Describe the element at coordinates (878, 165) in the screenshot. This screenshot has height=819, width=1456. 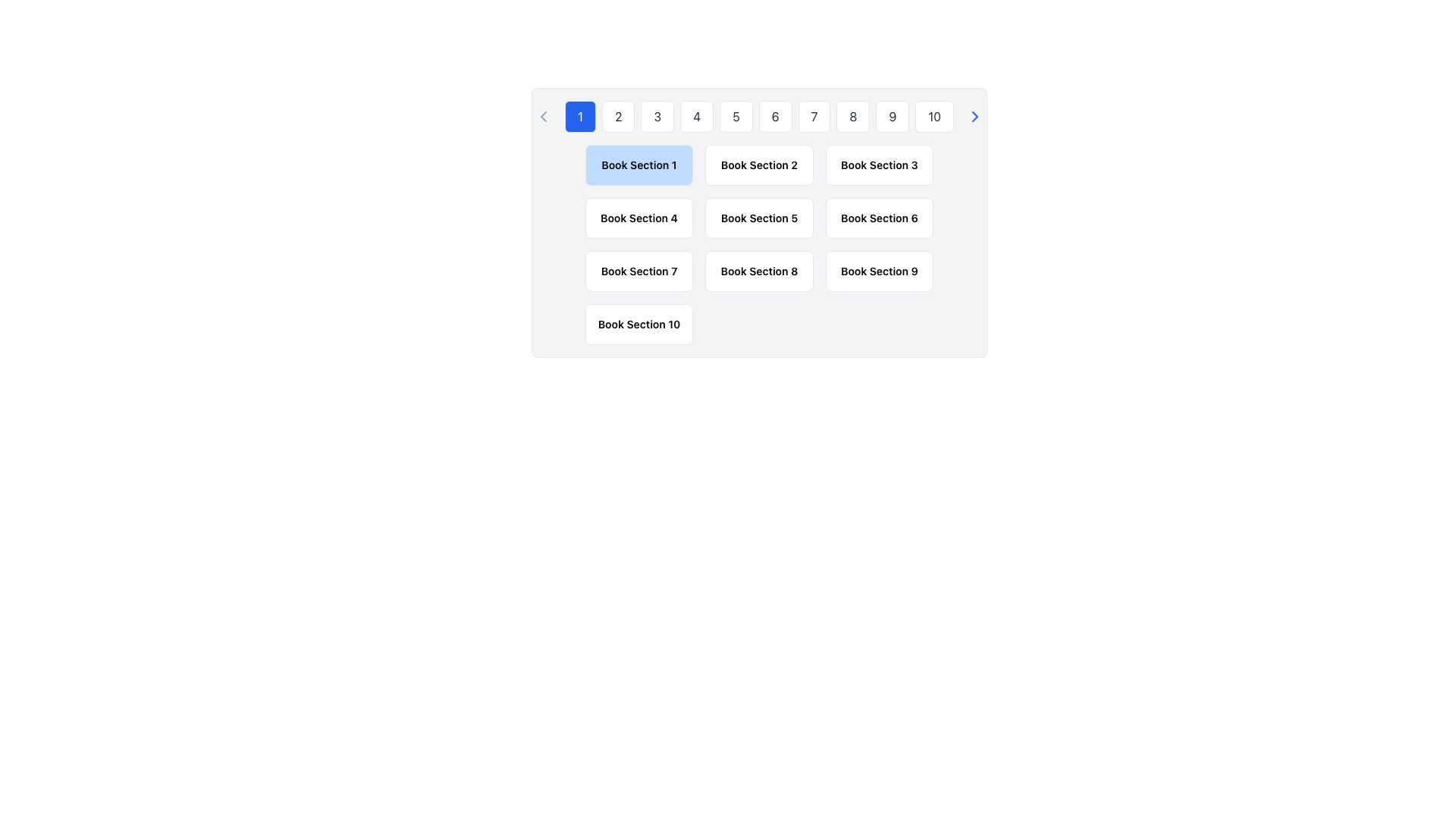
I see `the 'Book Section 3' button, which is a rectangular button with a white background and rounded corners, located in the top row, third column of a grid layout` at that location.